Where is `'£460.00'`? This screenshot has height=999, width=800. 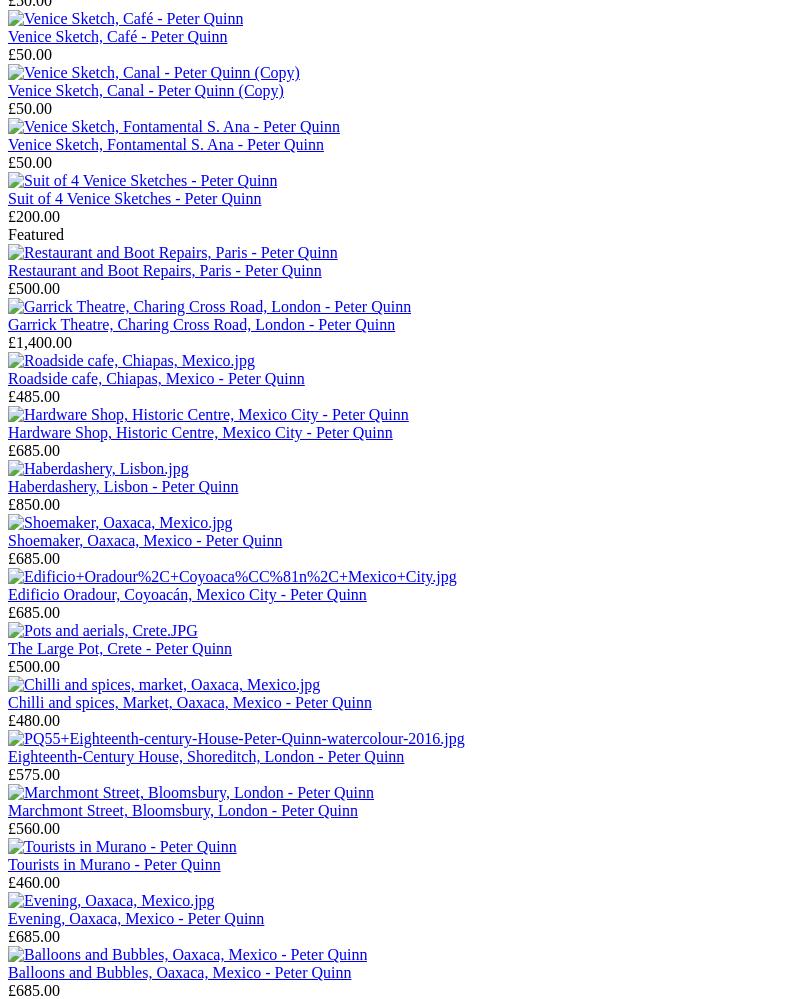 '£460.00' is located at coordinates (33, 881).